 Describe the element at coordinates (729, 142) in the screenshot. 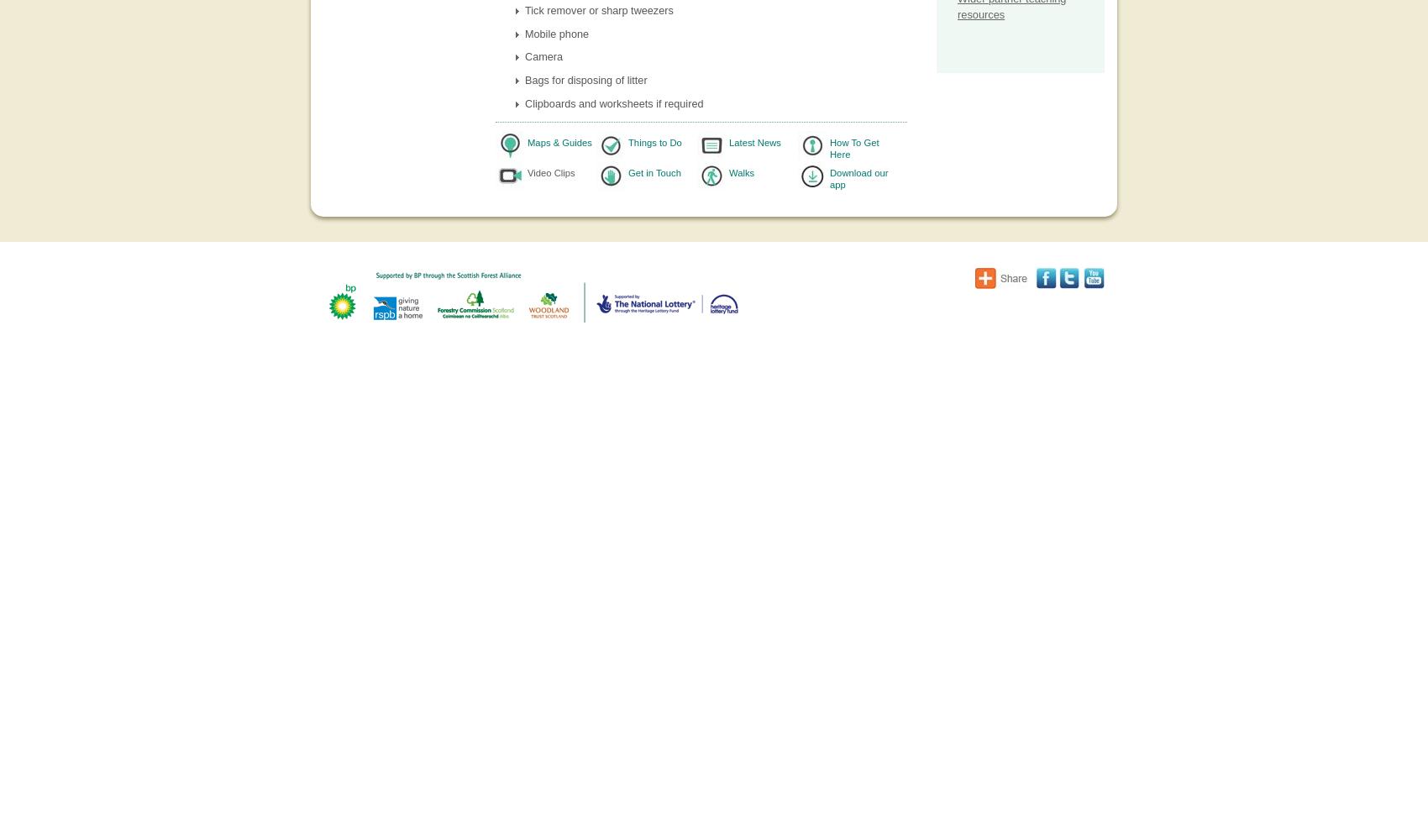

I see `'Latest News'` at that location.